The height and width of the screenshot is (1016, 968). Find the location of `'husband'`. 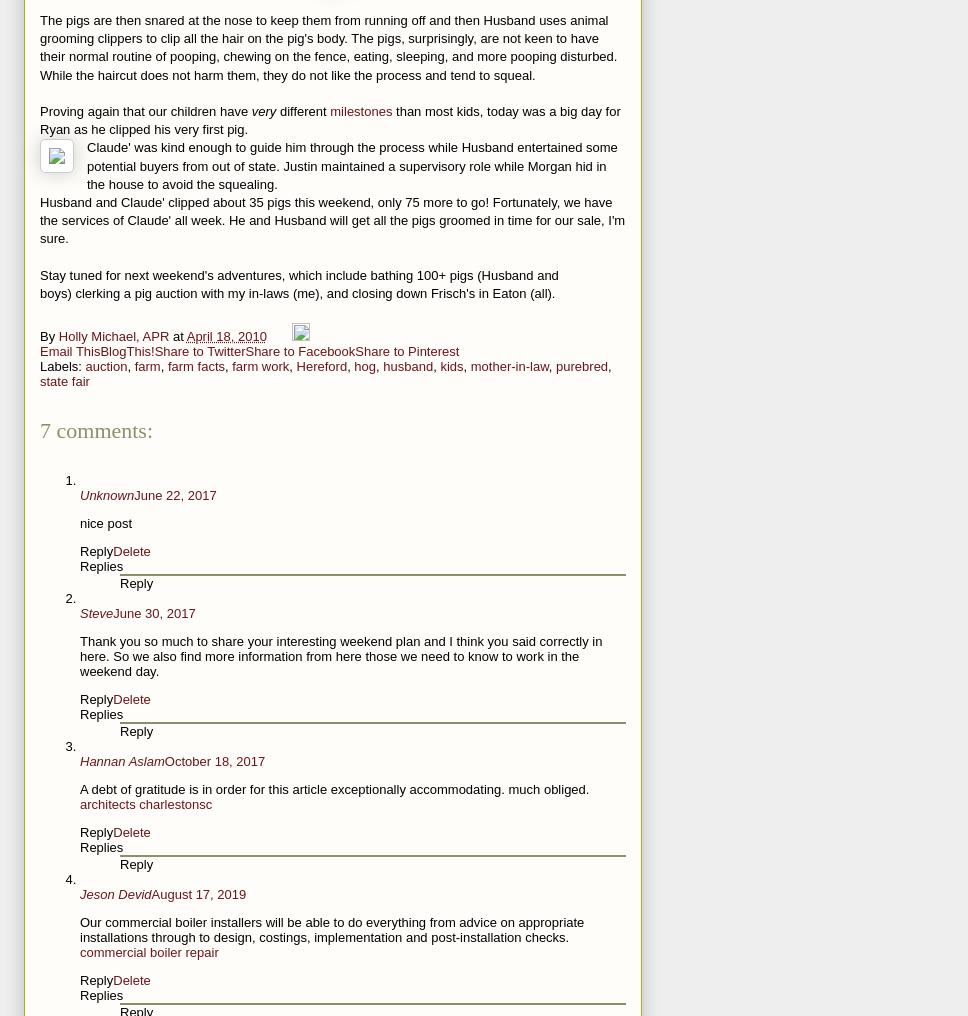

'husband' is located at coordinates (408, 365).